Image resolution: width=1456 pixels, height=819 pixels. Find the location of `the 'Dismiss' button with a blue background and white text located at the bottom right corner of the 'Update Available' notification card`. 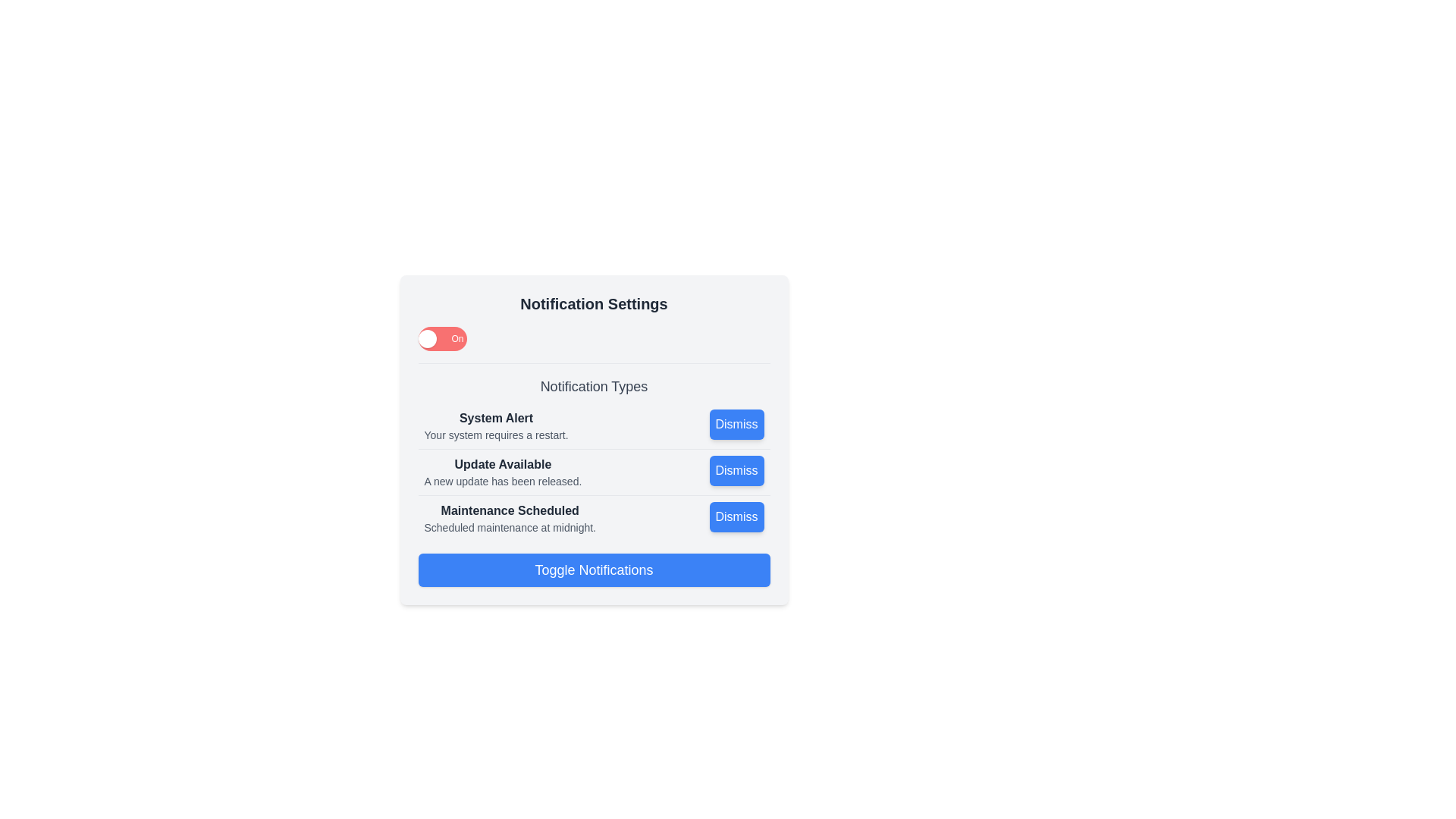

the 'Dismiss' button with a blue background and white text located at the bottom right corner of the 'Update Available' notification card is located at coordinates (736, 470).